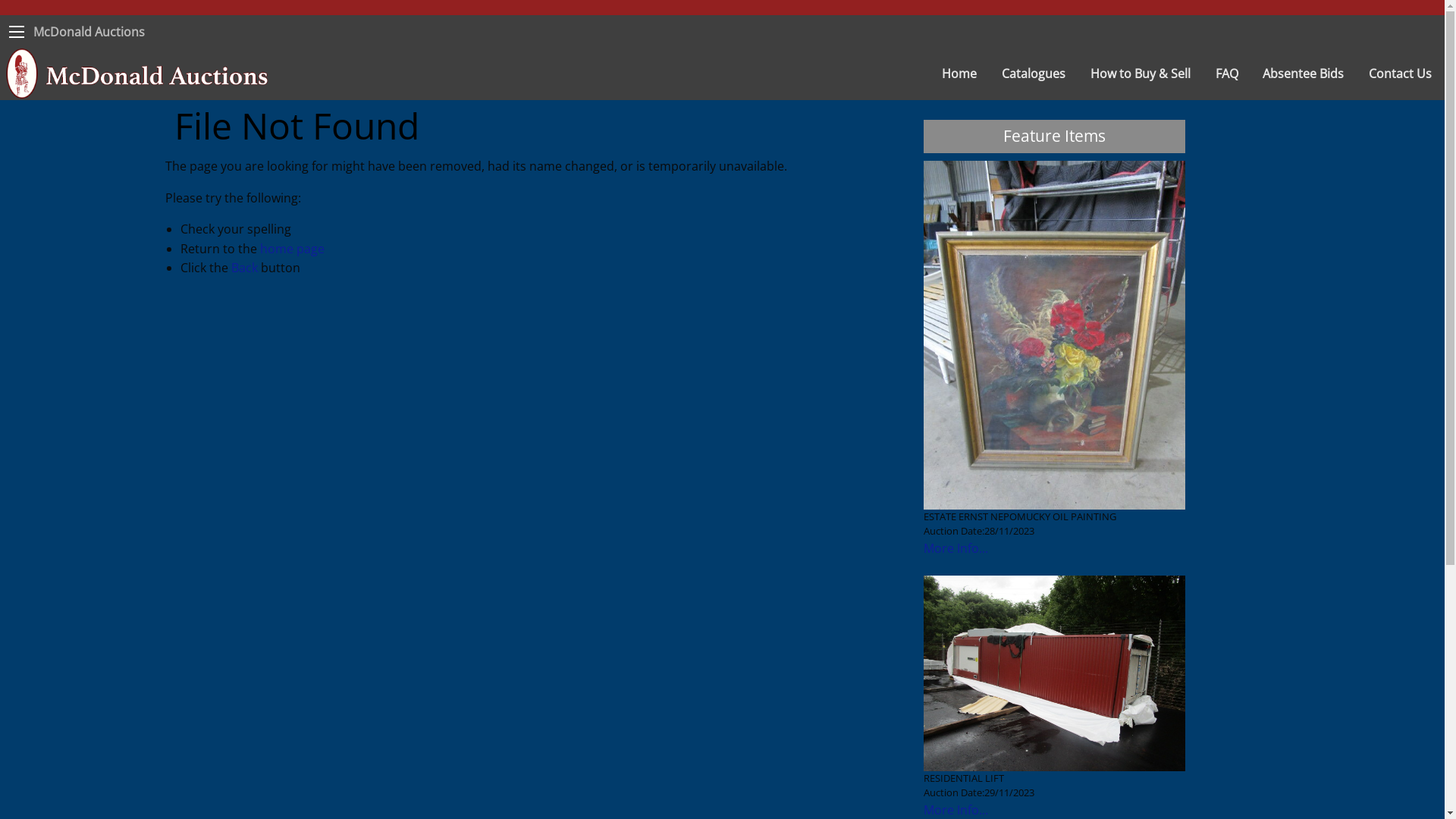 Image resolution: width=1456 pixels, height=819 pixels. What do you see at coordinates (1400, 73) in the screenshot?
I see `'Contact Us'` at bounding box center [1400, 73].